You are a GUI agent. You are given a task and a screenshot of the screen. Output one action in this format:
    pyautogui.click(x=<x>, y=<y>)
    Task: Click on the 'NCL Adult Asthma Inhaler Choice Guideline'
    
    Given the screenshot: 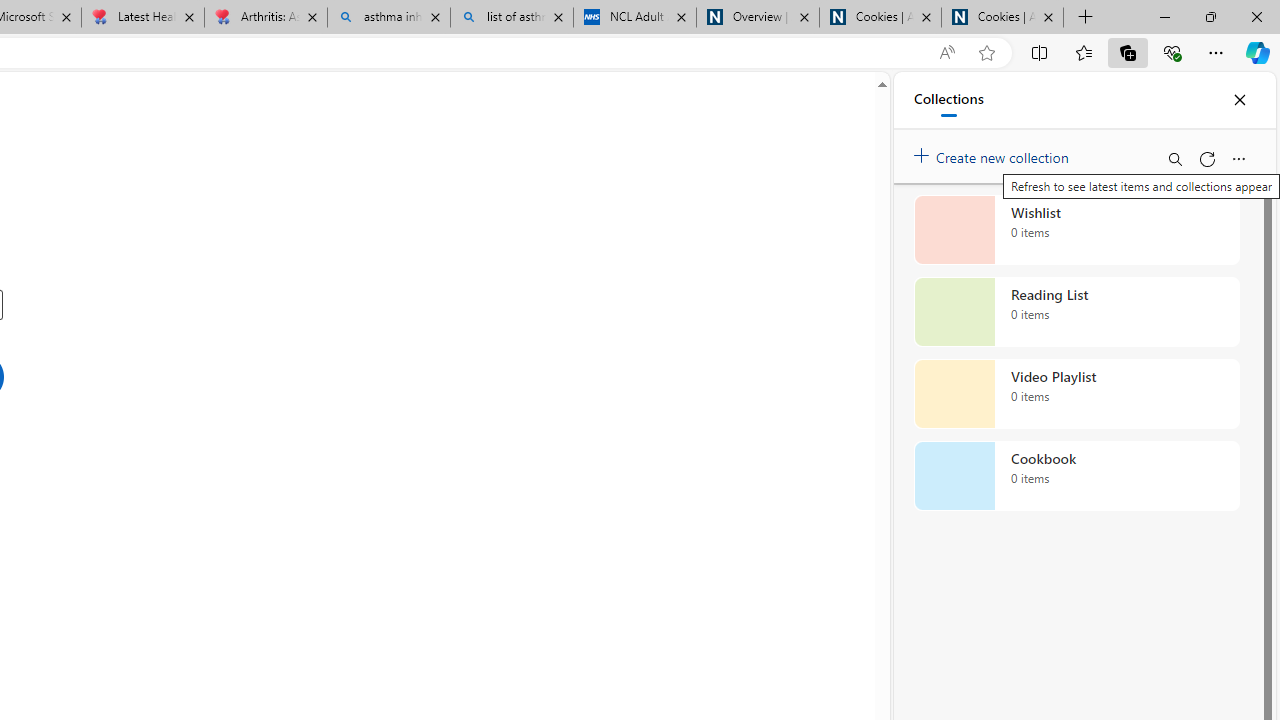 What is the action you would take?
    pyautogui.click(x=633, y=17)
    